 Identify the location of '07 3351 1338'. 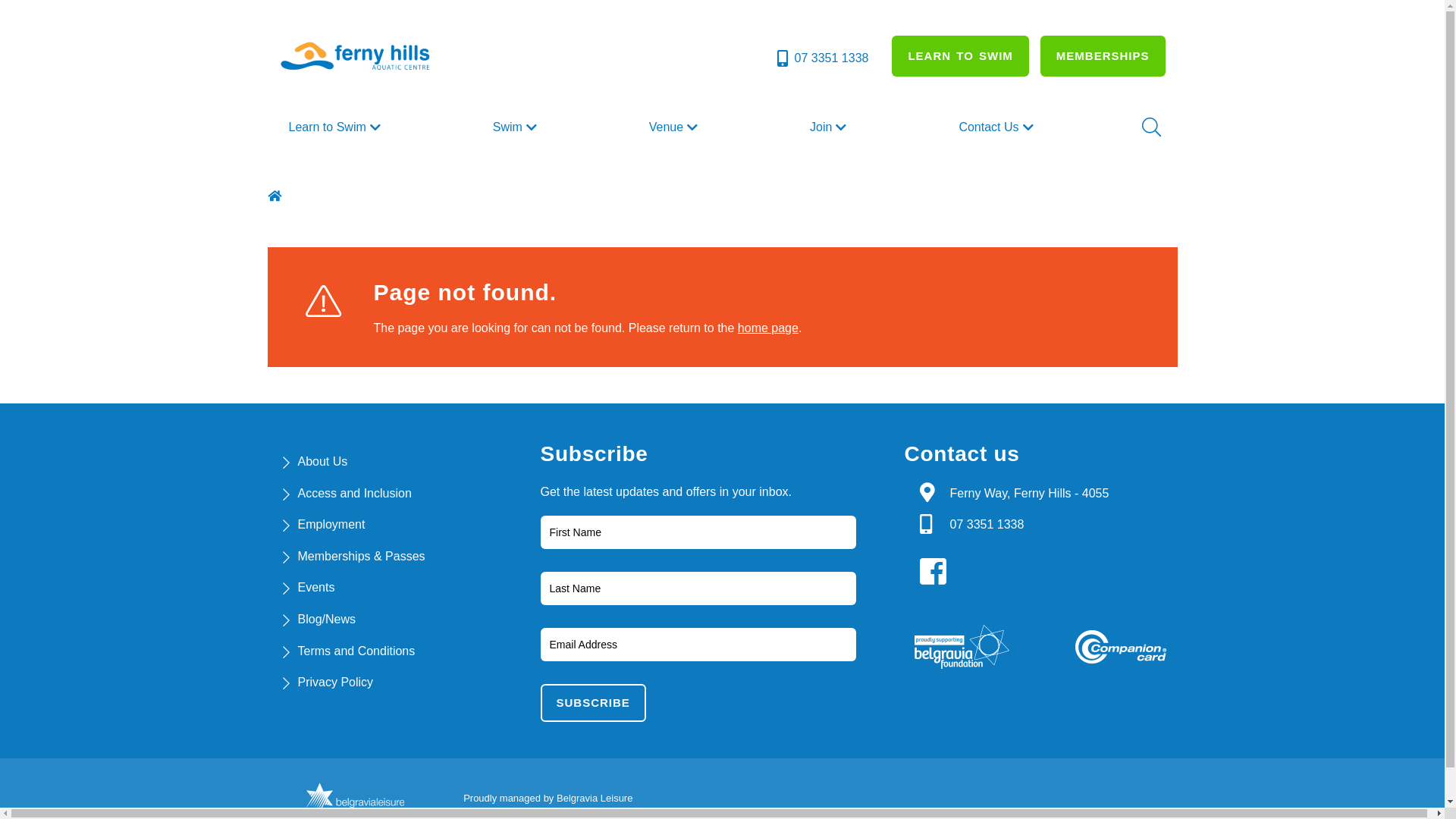
(774, 58).